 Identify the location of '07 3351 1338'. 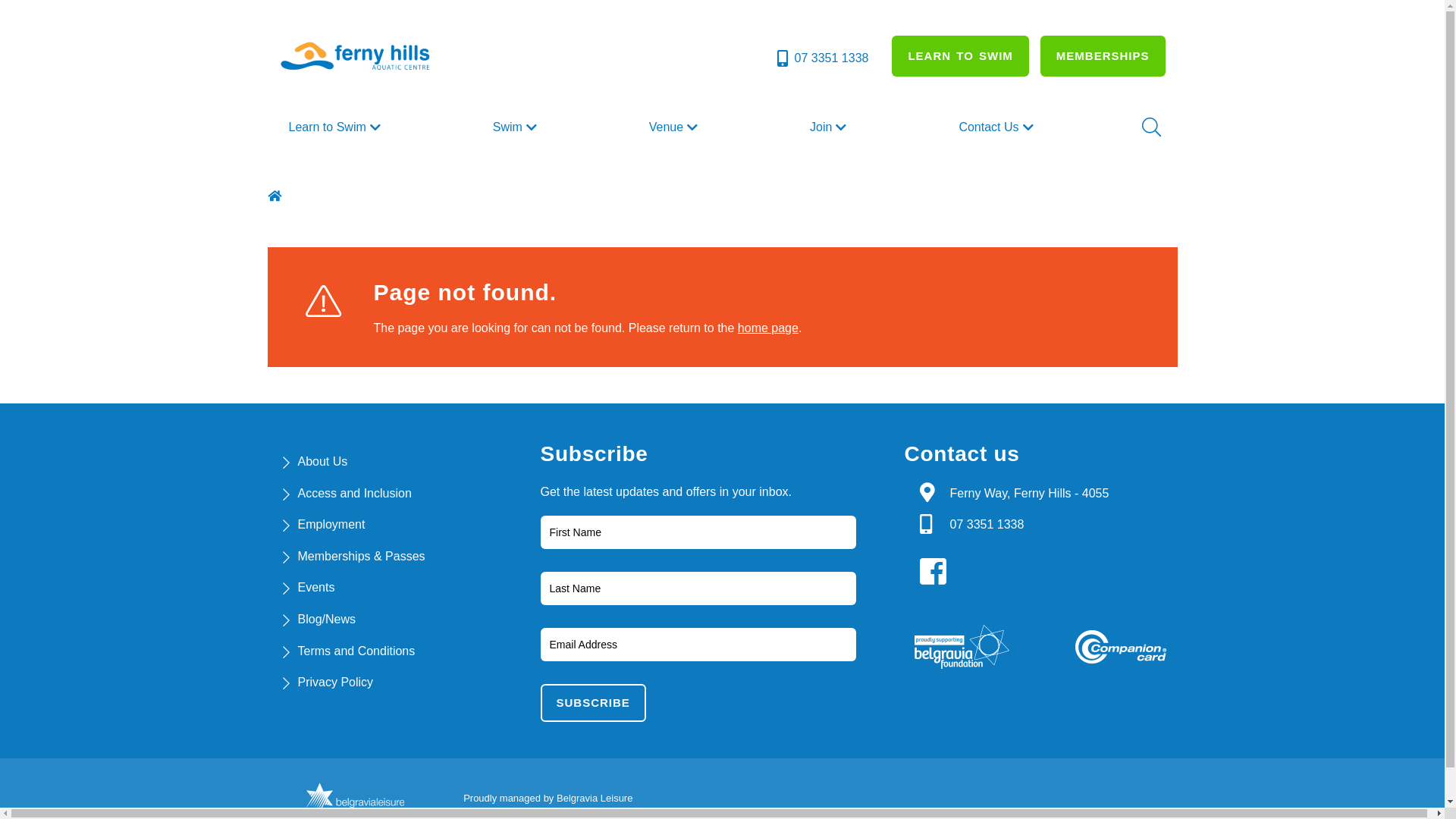
(774, 58).